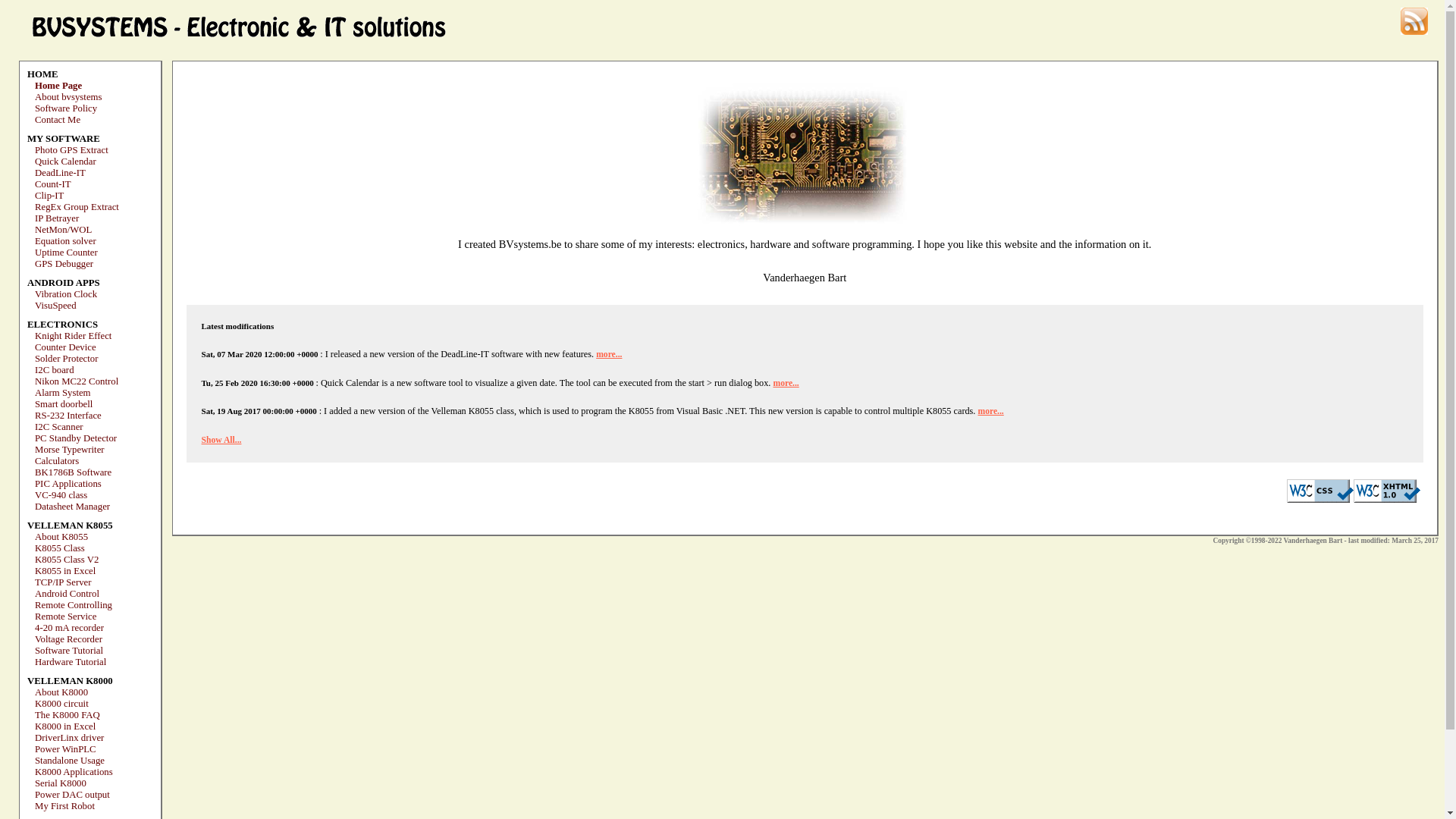 The height and width of the screenshot is (819, 1456). What do you see at coordinates (61, 536) in the screenshot?
I see `'About K8055'` at bounding box center [61, 536].